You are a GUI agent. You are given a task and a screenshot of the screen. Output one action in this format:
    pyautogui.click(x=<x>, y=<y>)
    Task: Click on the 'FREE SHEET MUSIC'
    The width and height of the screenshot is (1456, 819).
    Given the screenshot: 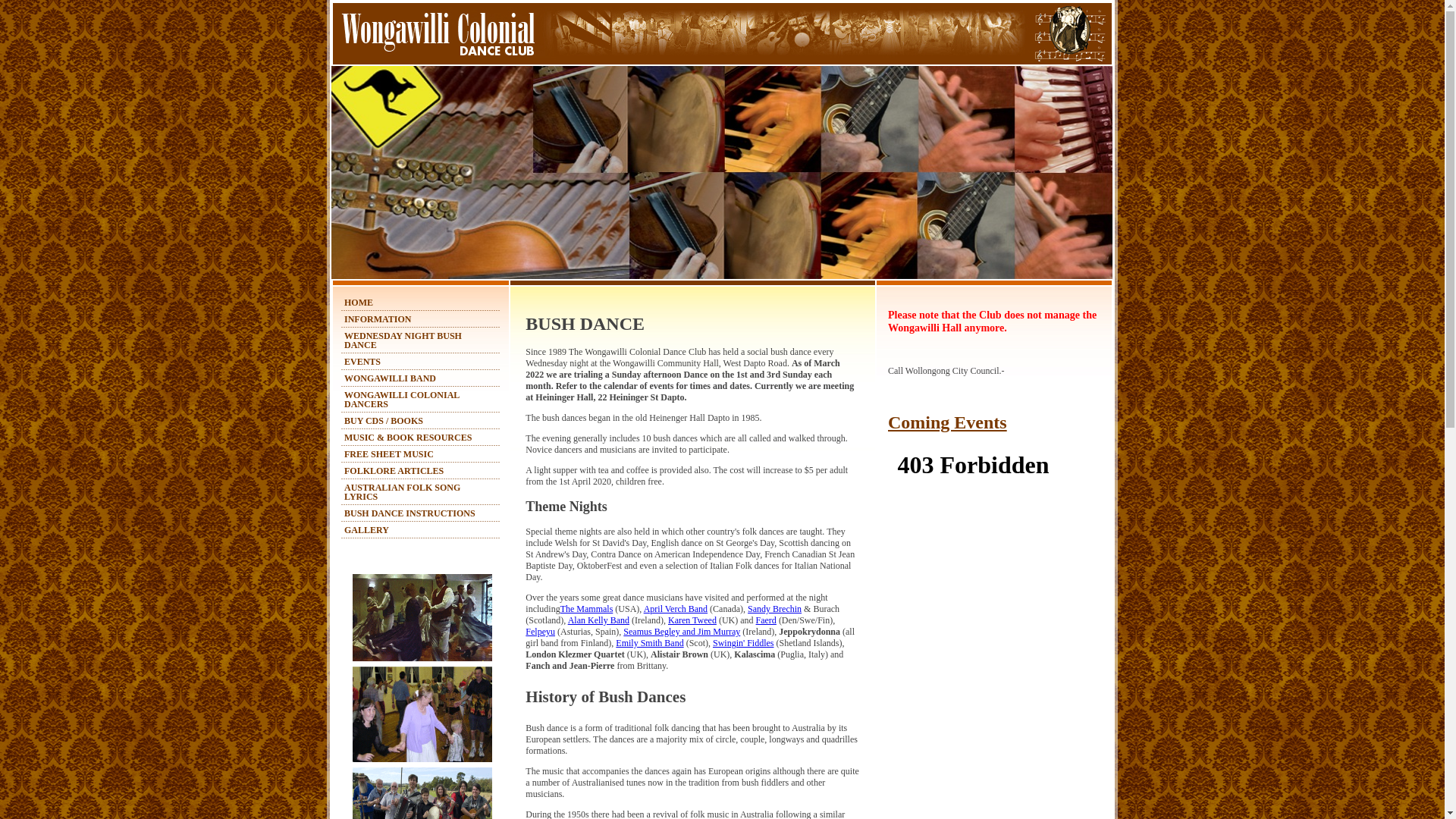 What is the action you would take?
    pyautogui.click(x=389, y=453)
    